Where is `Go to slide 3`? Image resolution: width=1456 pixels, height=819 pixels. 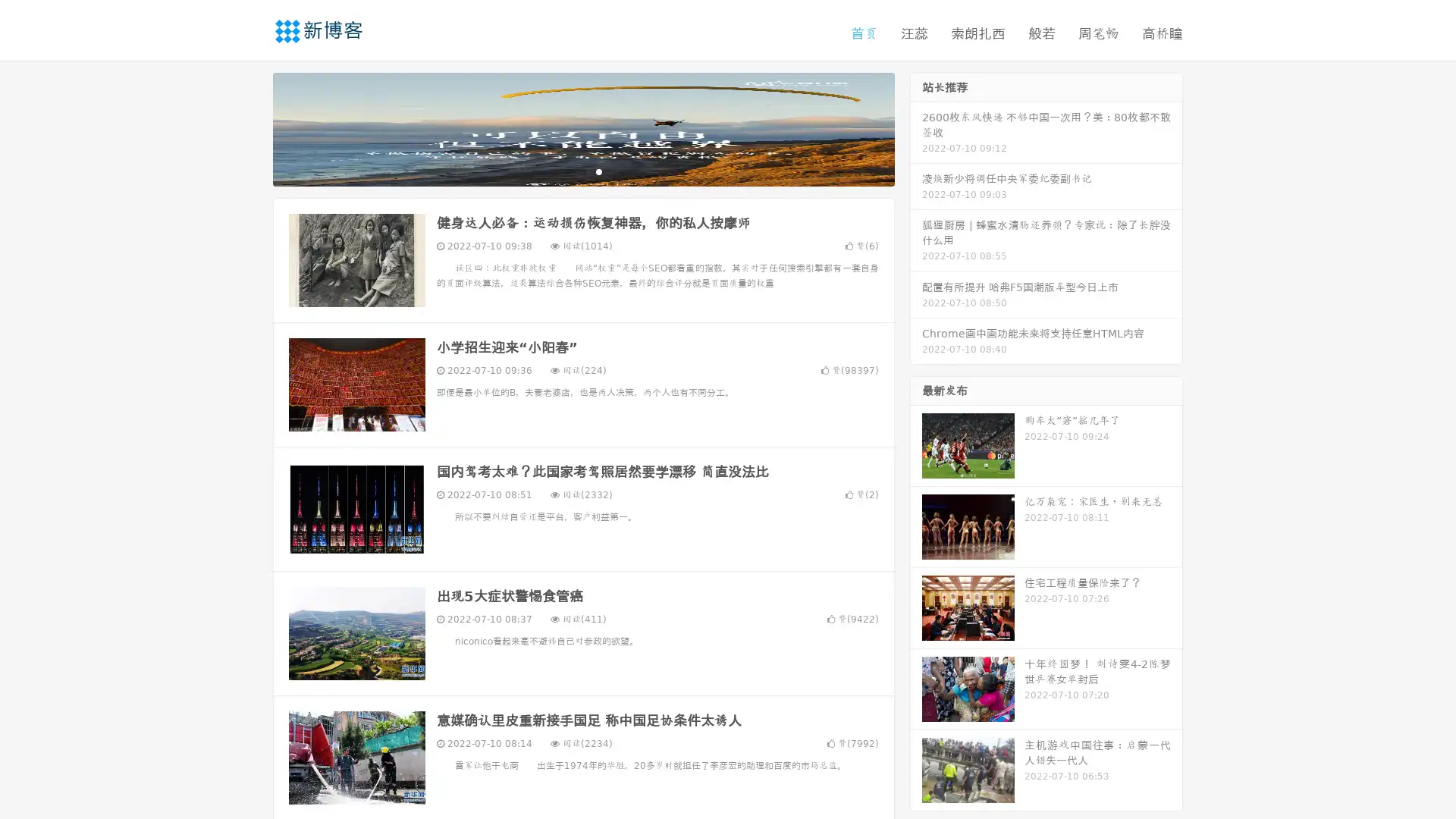 Go to slide 3 is located at coordinates (598, 171).